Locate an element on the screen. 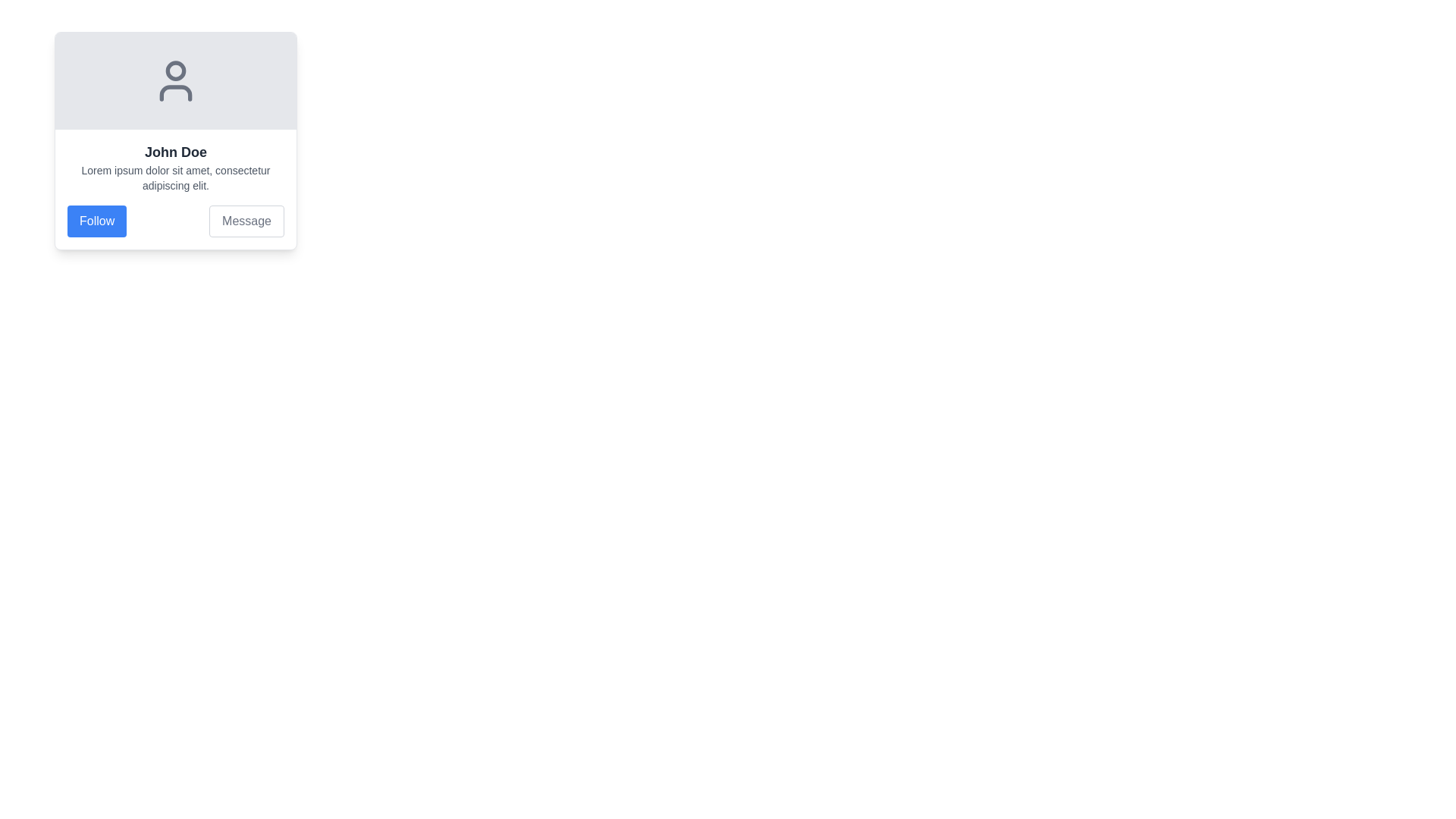 This screenshot has width=1456, height=819. the text block providing additional descriptive information about 'John Doe', which is positioned below the 'John Doe' text and above the 'Follow' and 'Message' buttons is located at coordinates (175, 177).